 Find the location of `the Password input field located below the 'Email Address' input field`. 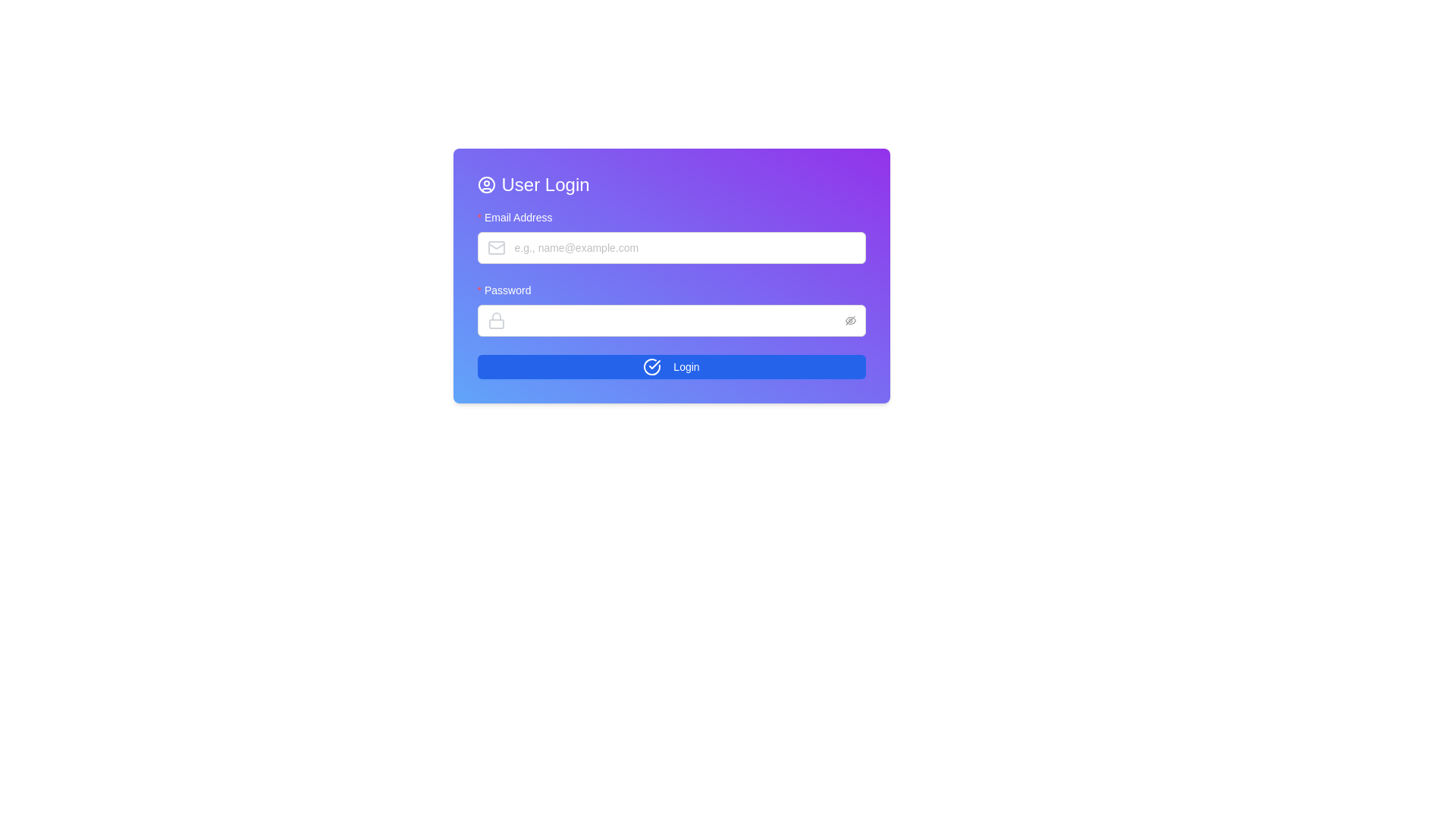

the Password input field located below the 'Email Address' input field is located at coordinates (670, 309).